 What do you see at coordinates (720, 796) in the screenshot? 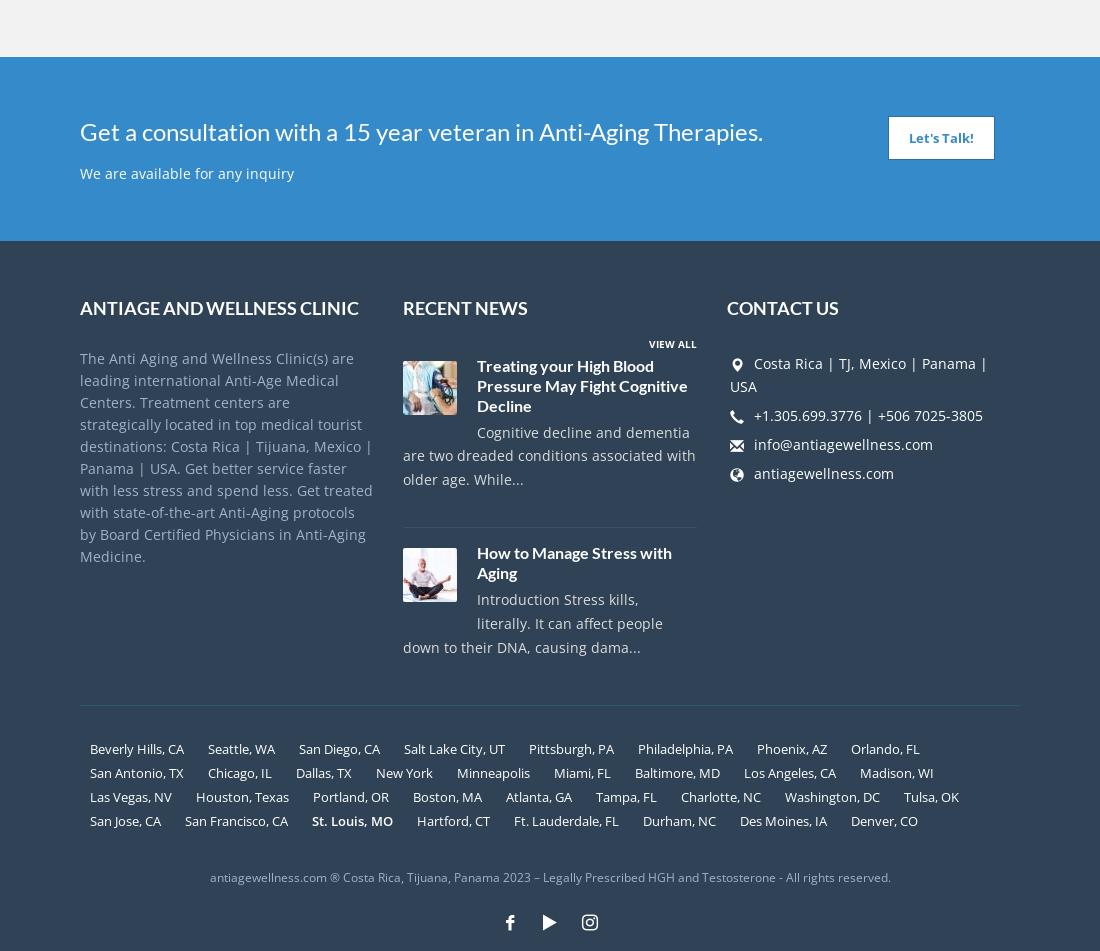
I see `'Charlotte, NC'` at bounding box center [720, 796].